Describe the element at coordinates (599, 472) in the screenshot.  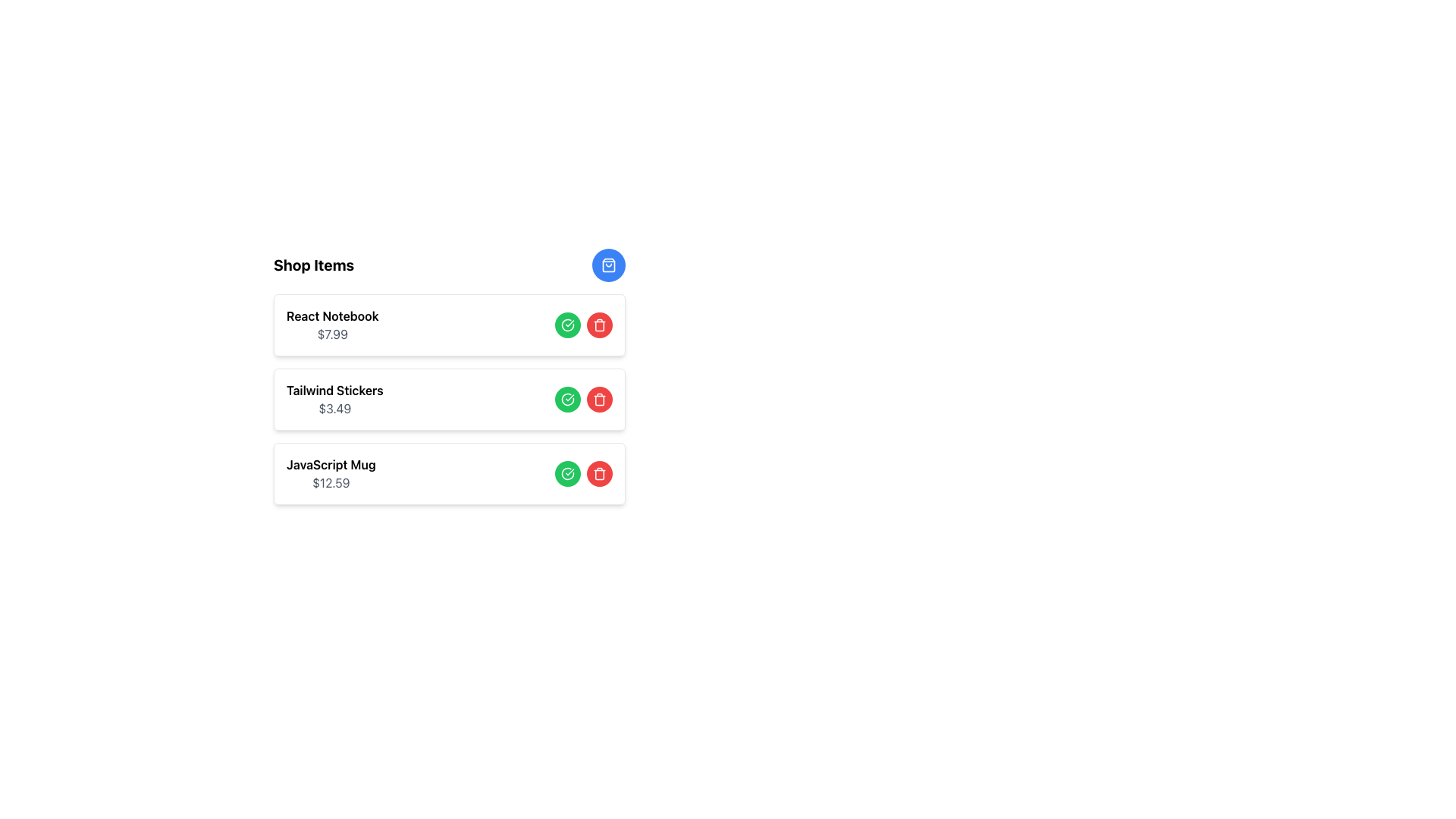
I see `the delete button for the 'JavaScript Mug' item to observe any tooltip or interaction effect` at that location.